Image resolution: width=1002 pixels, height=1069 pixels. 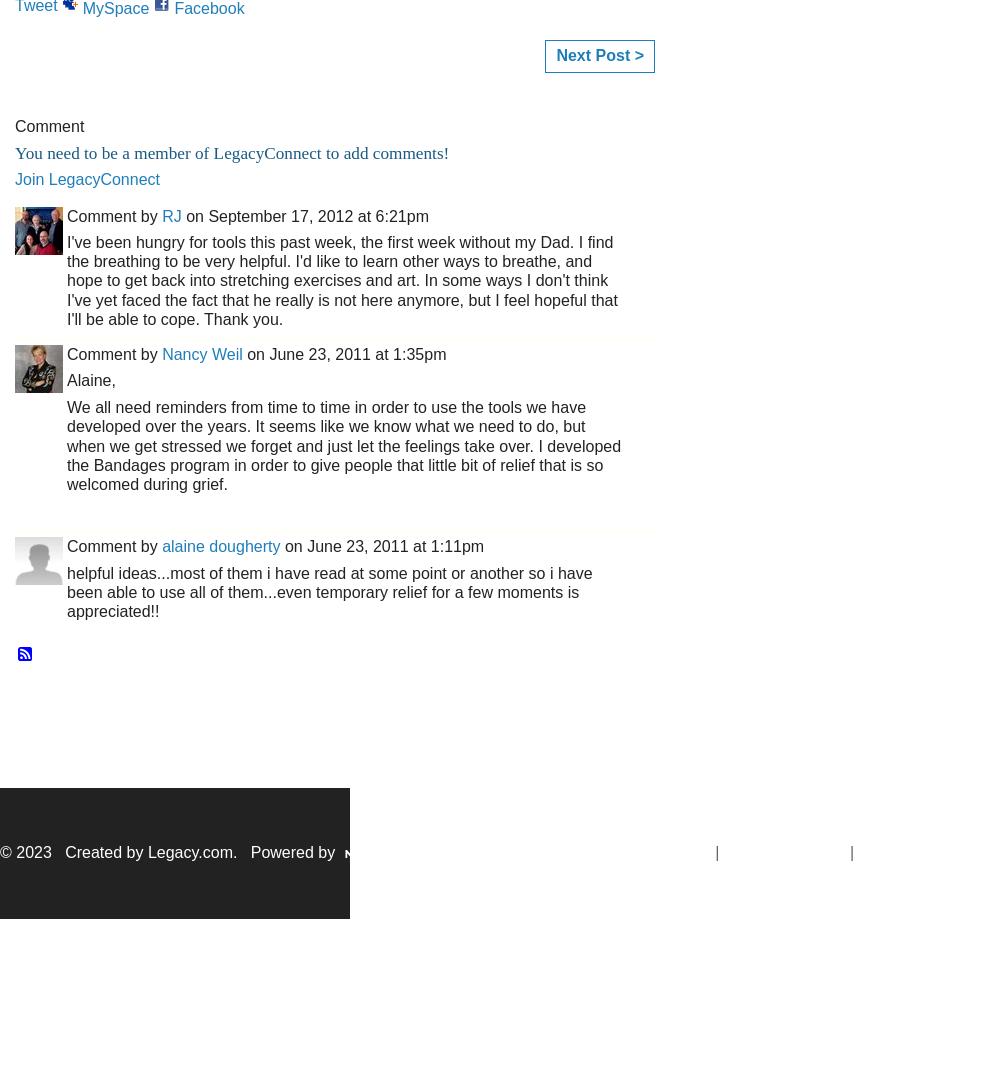 I want to click on 'Comment', so click(x=49, y=125).